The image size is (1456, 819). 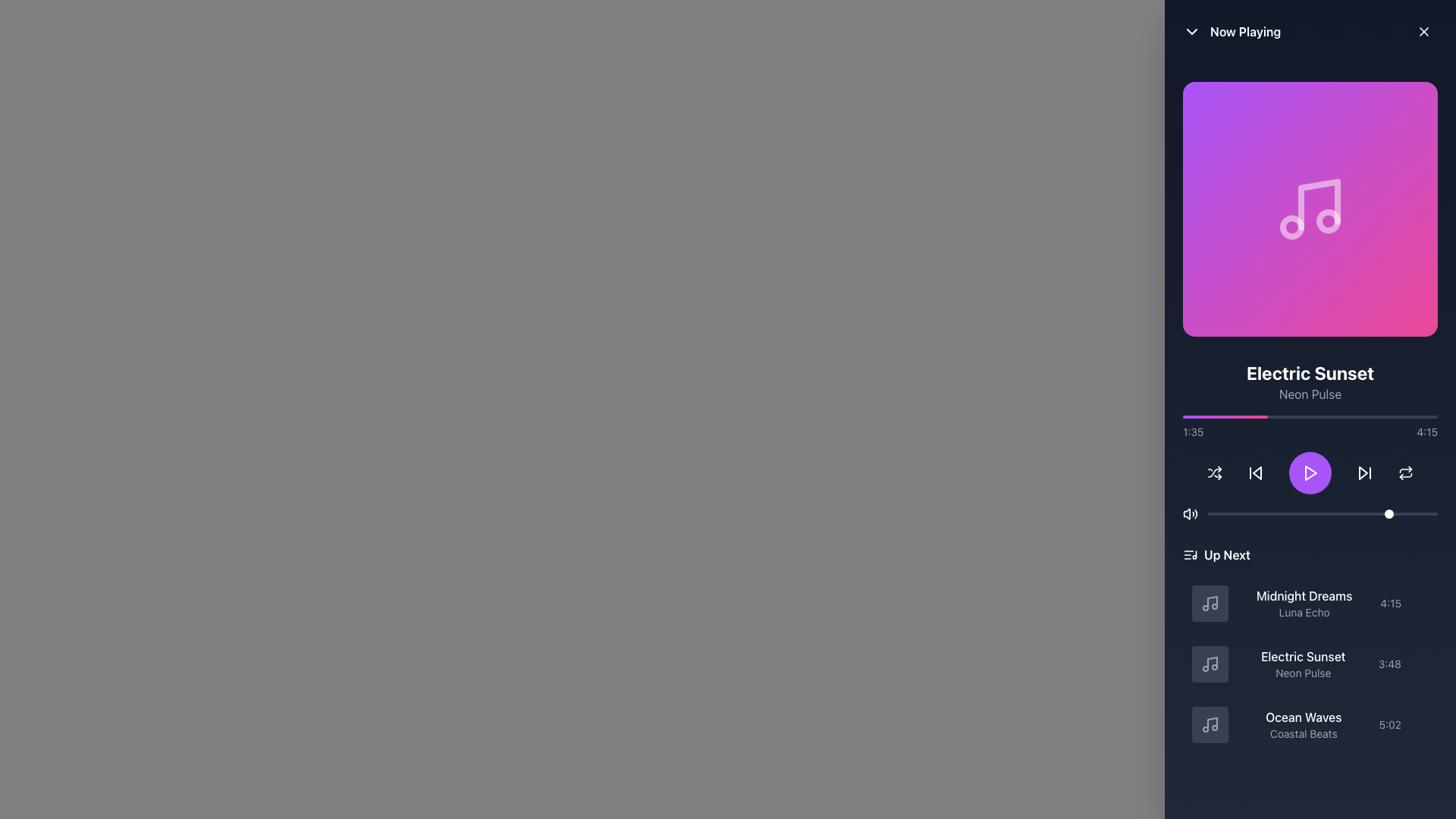 What do you see at coordinates (1310, 472) in the screenshot?
I see `the central play button, which is a purple circular icon resembling a triangle pointing to the right` at bounding box center [1310, 472].